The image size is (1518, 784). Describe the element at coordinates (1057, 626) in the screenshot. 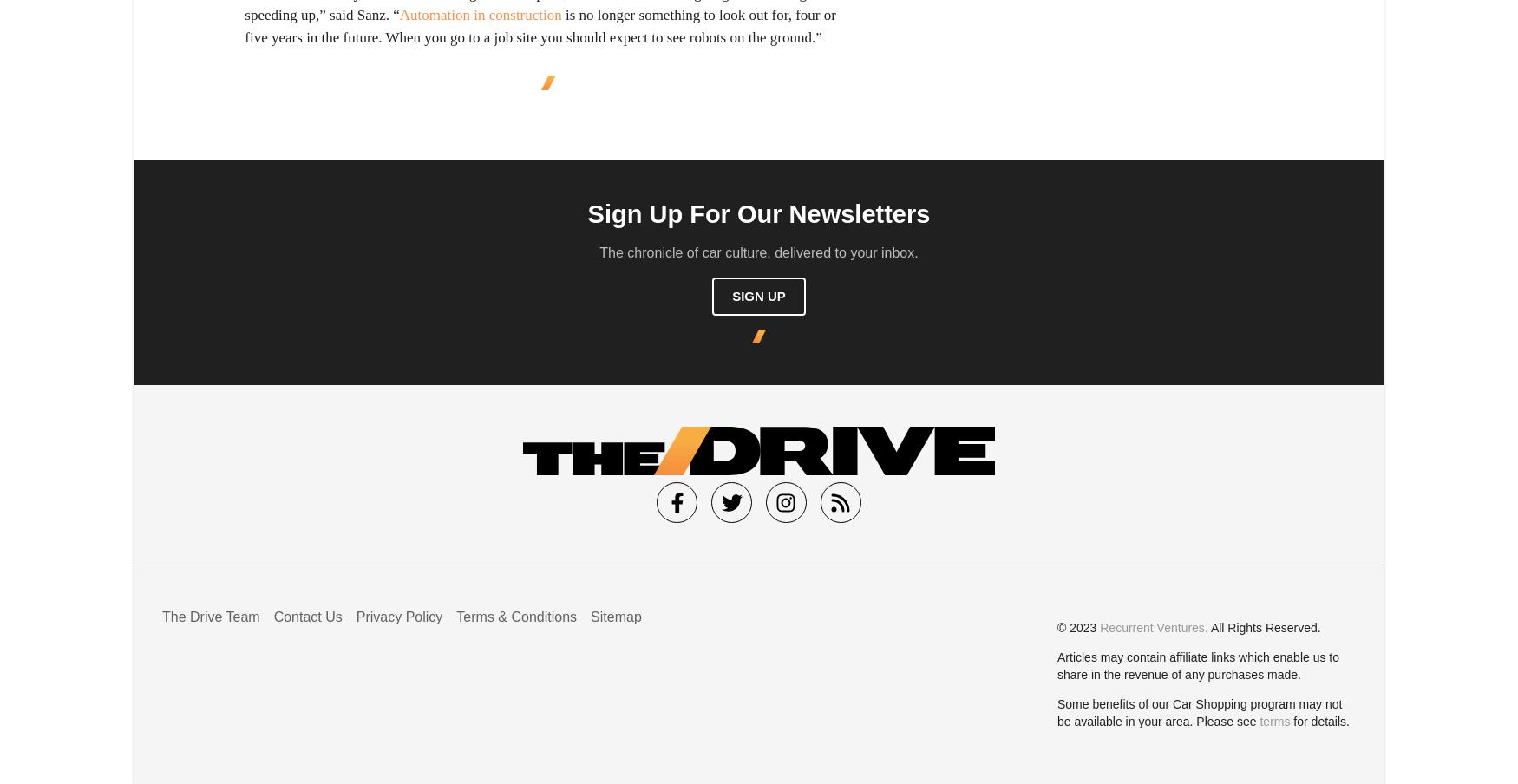

I see `'© 2023'` at that location.